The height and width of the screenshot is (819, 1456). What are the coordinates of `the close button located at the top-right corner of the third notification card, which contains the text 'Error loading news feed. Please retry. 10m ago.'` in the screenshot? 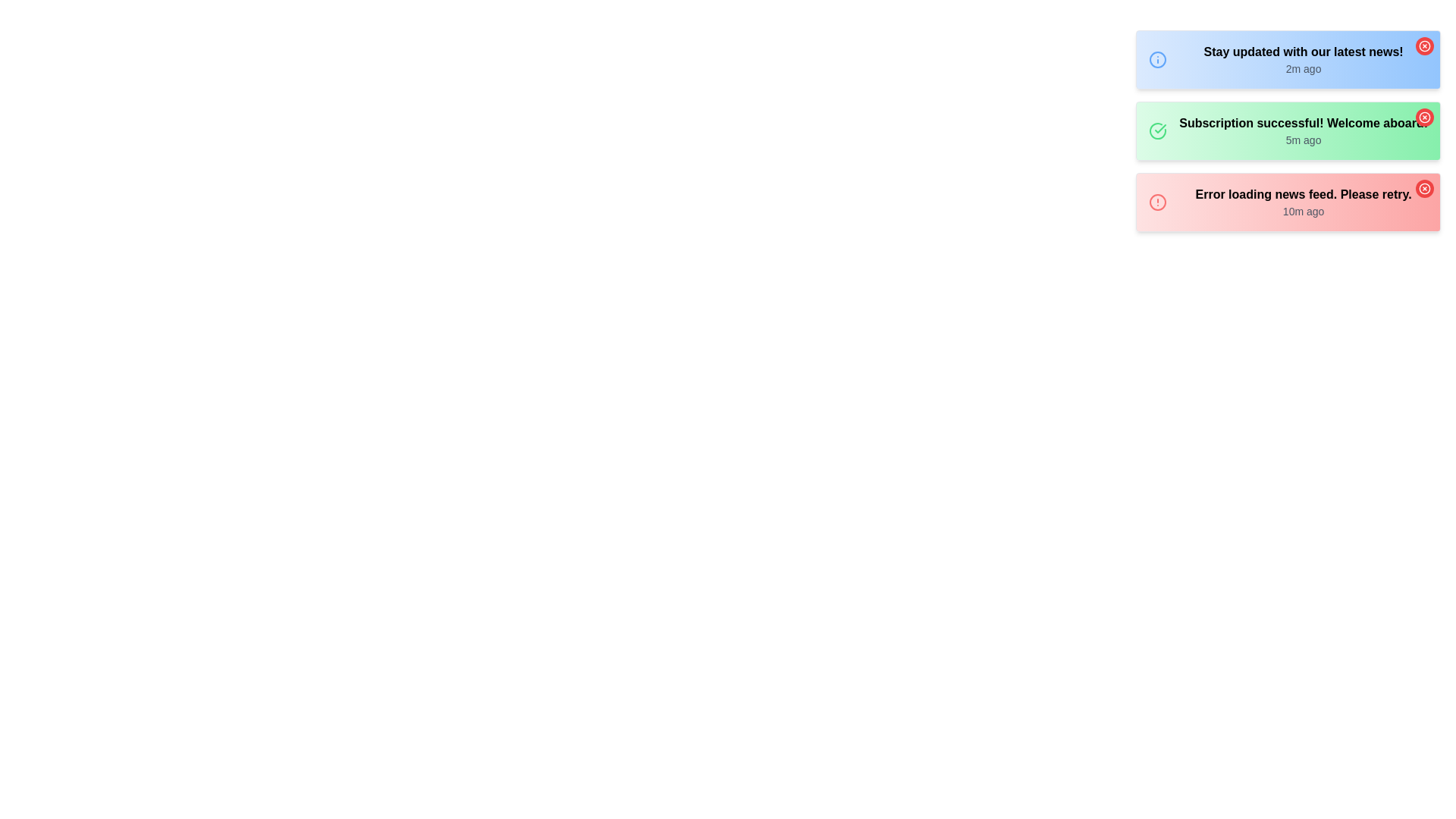 It's located at (1423, 188).